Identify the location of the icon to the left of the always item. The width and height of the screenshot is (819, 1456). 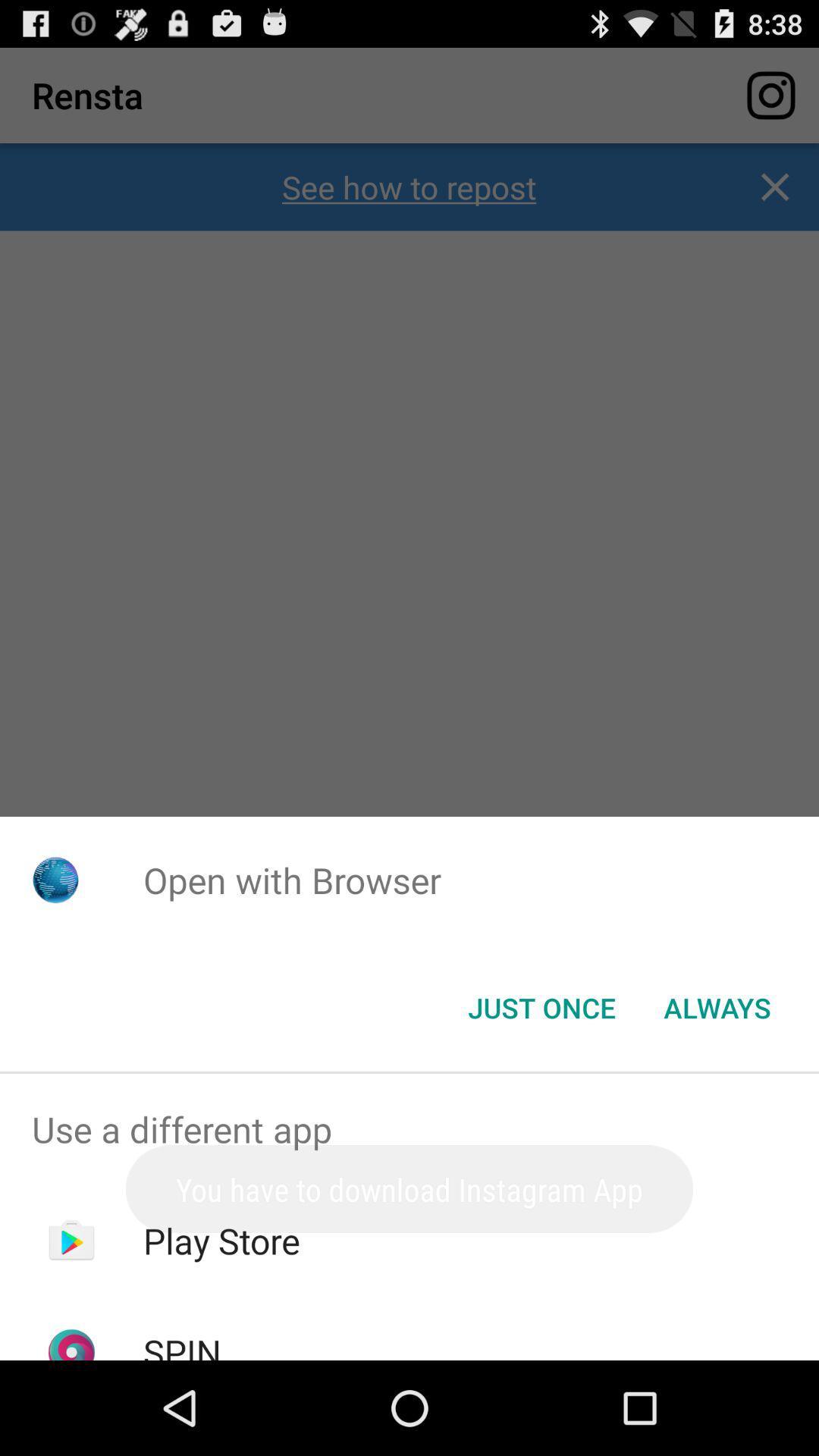
(541, 1008).